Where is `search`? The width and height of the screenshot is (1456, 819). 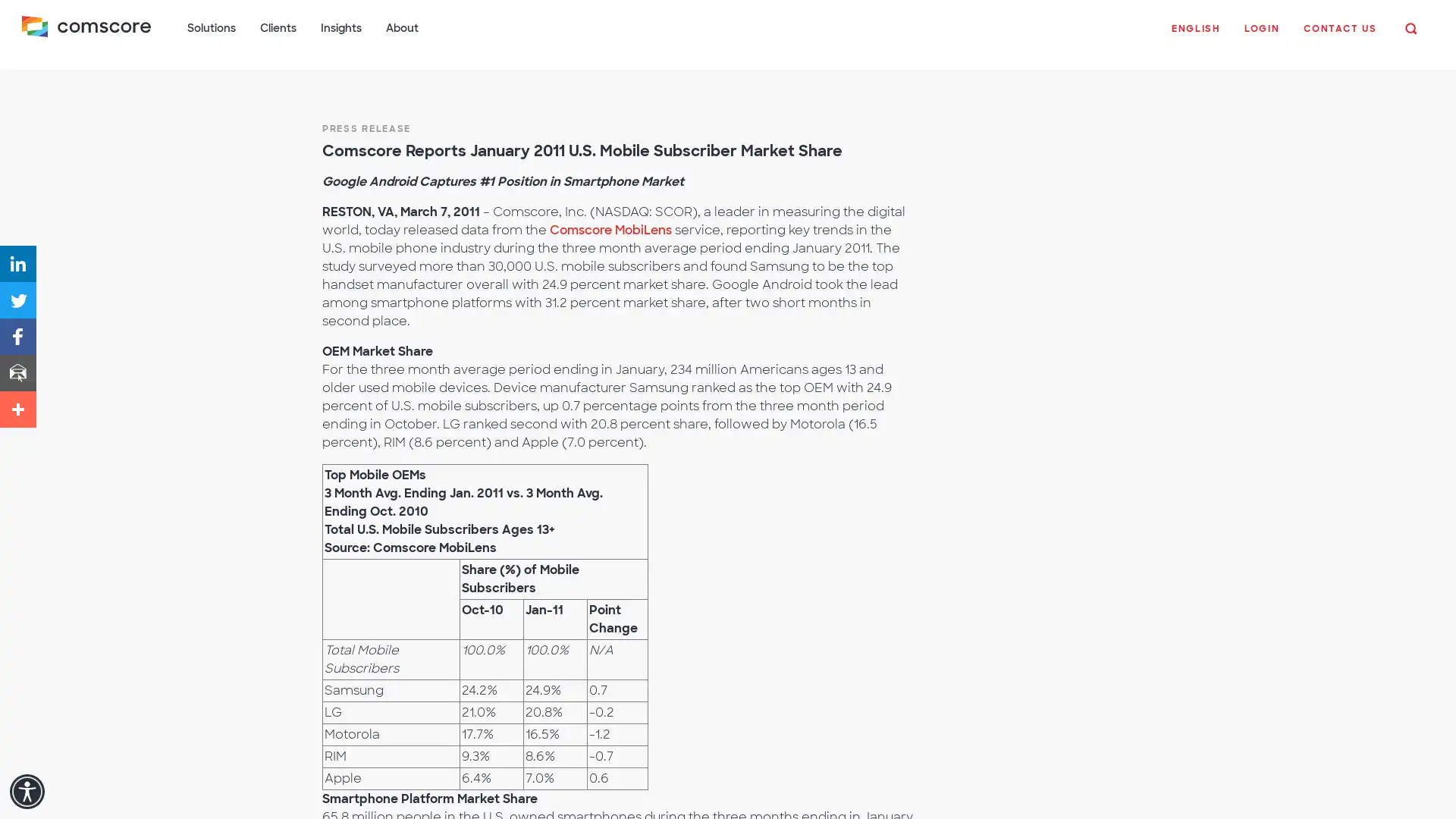
search is located at coordinates (1407, 29).